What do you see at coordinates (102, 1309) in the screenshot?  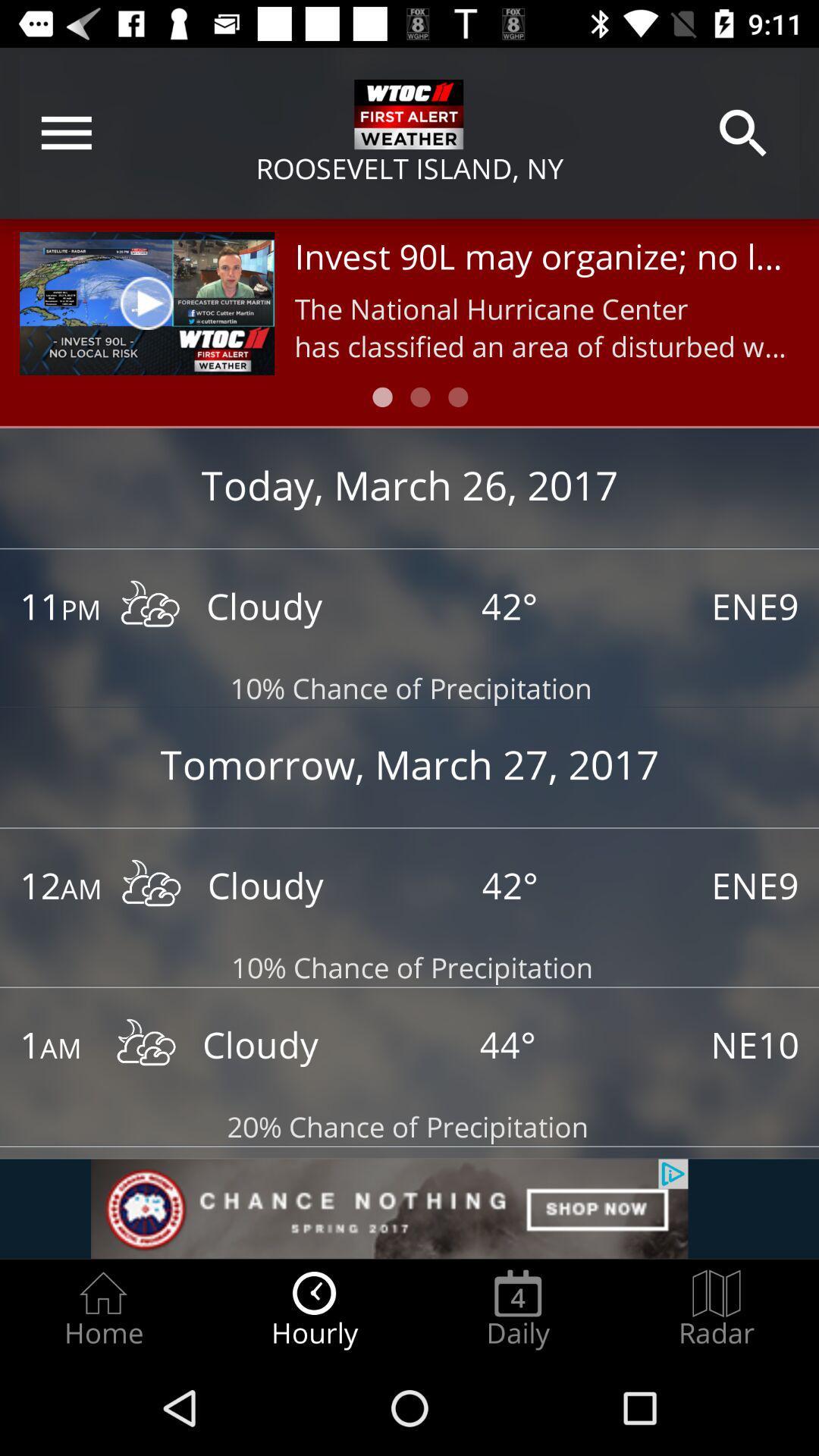 I see `item to the left of the hourly radio button` at bounding box center [102, 1309].